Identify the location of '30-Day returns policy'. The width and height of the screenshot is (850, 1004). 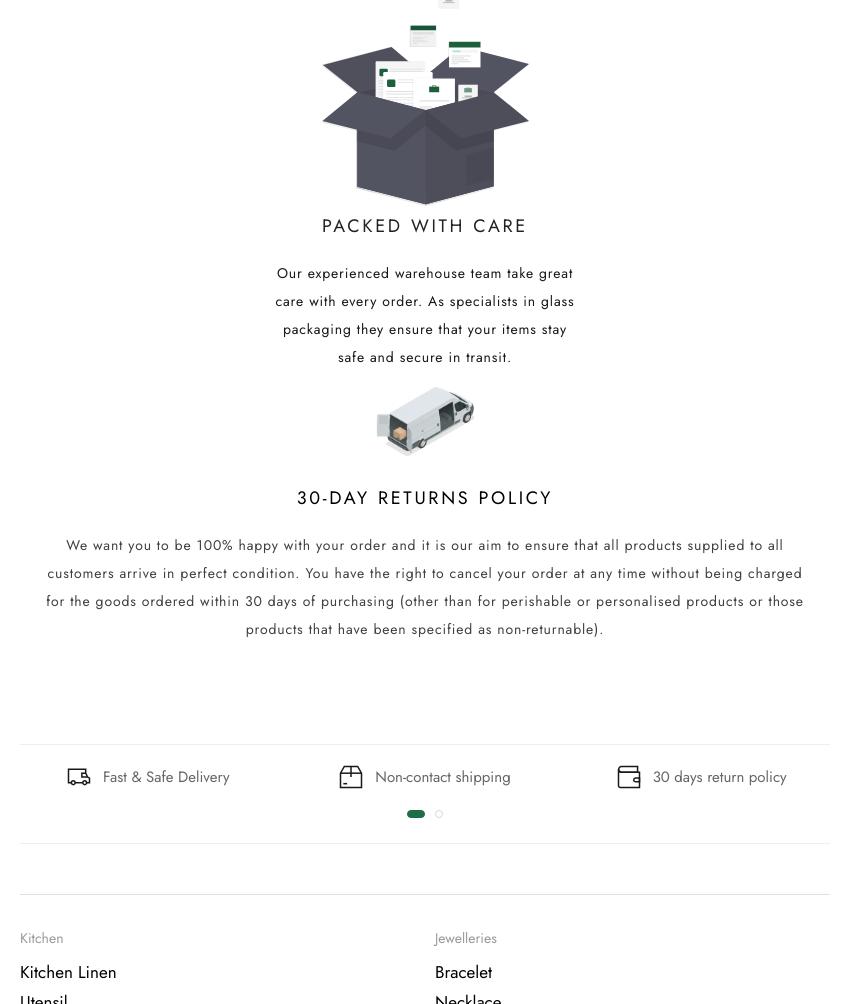
(294, 495).